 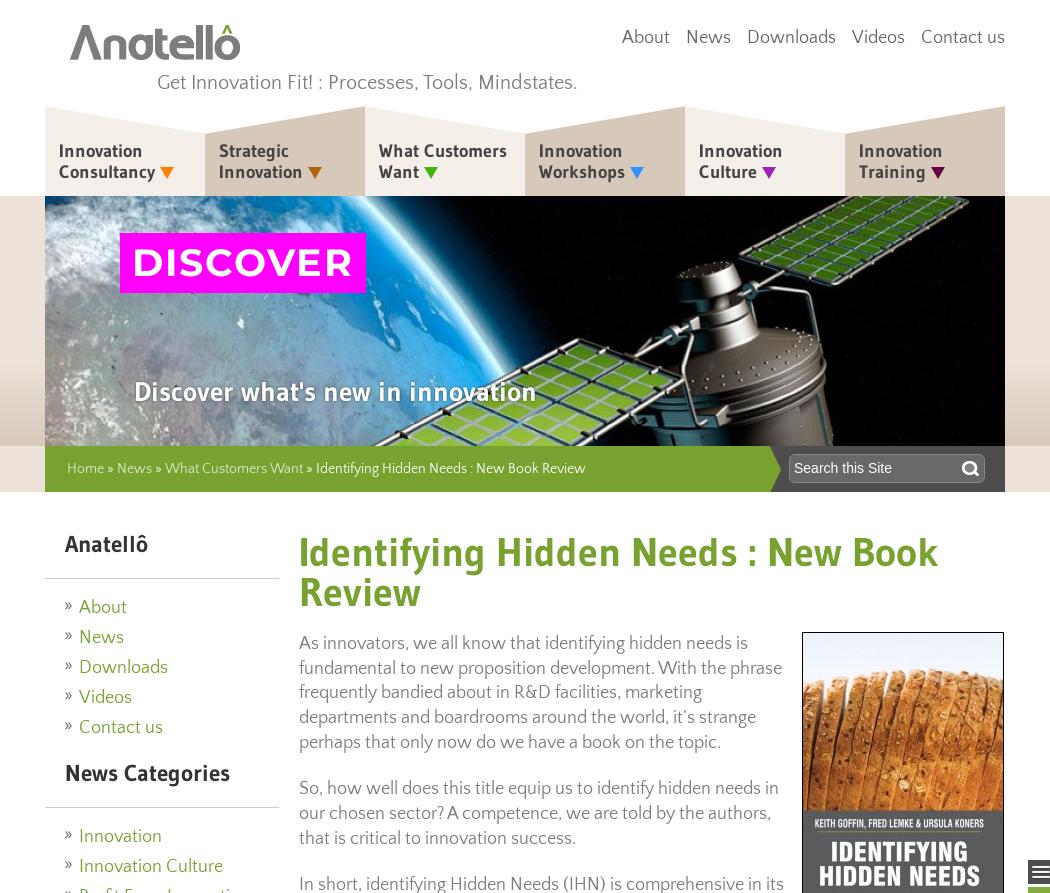 What do you see at coordinates (150, 865) in the screenshot?
I see `'Innovation Culture'` at bounding box center [150, 865].